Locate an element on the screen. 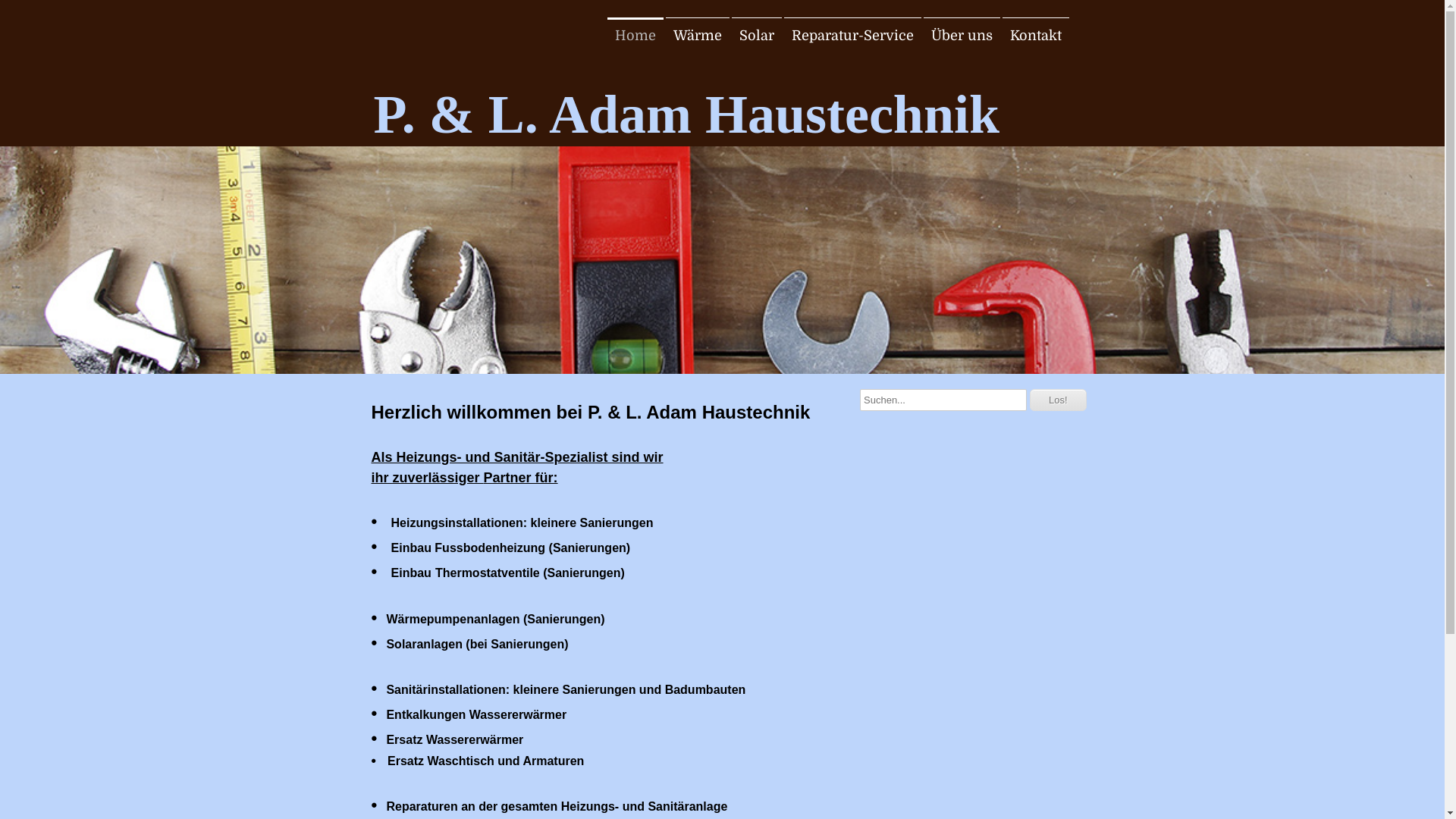 The height and width of the screenshot is (819, 1456). 'Reparatur-Service' is located at coordinates (852, 34).